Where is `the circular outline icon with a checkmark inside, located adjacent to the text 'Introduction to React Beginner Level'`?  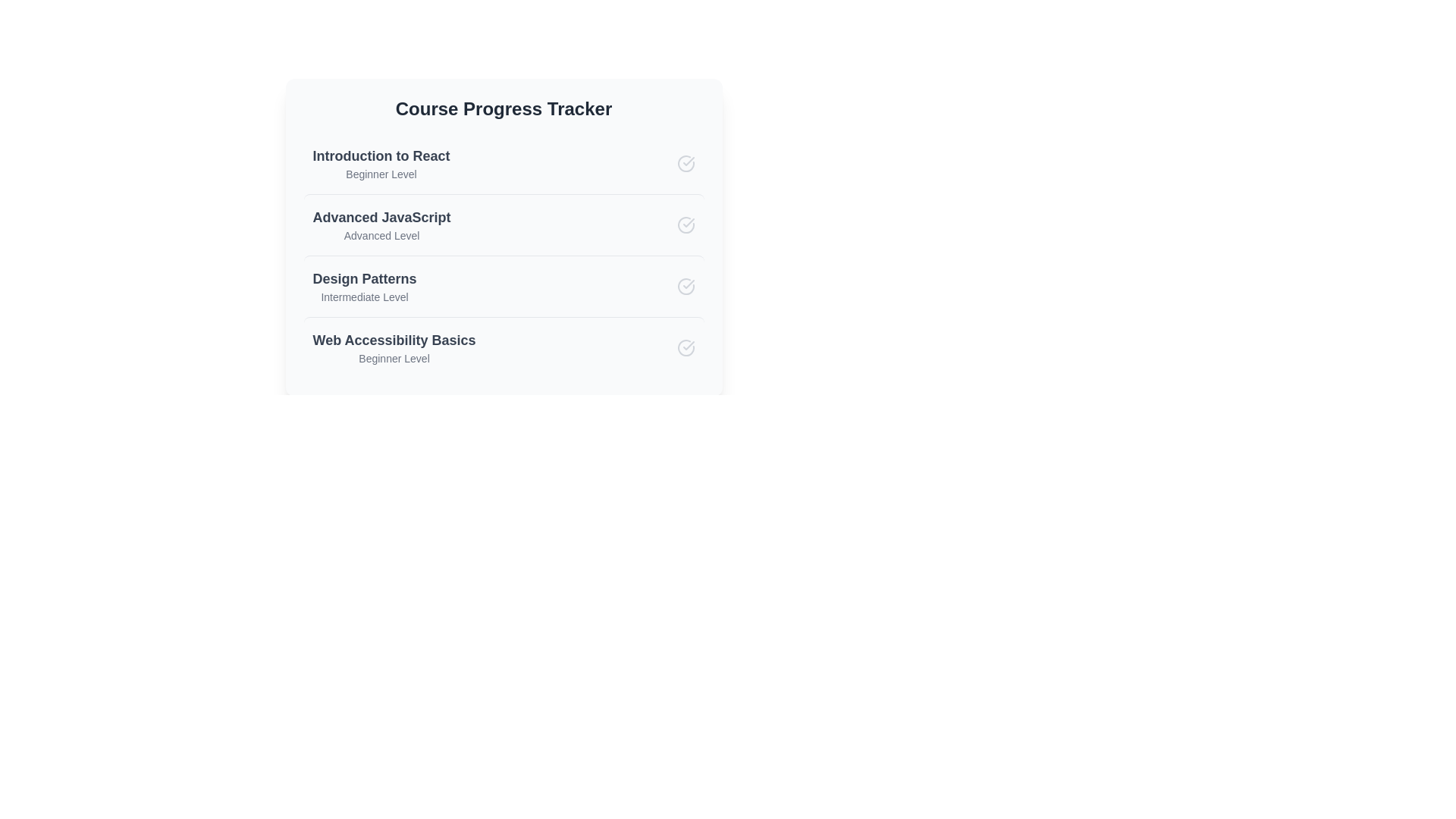
the circular outline icon with a checkmark inside, located adjacent to the text 'Introduction to React Beginner Level' is located at coordinates (685, 164).